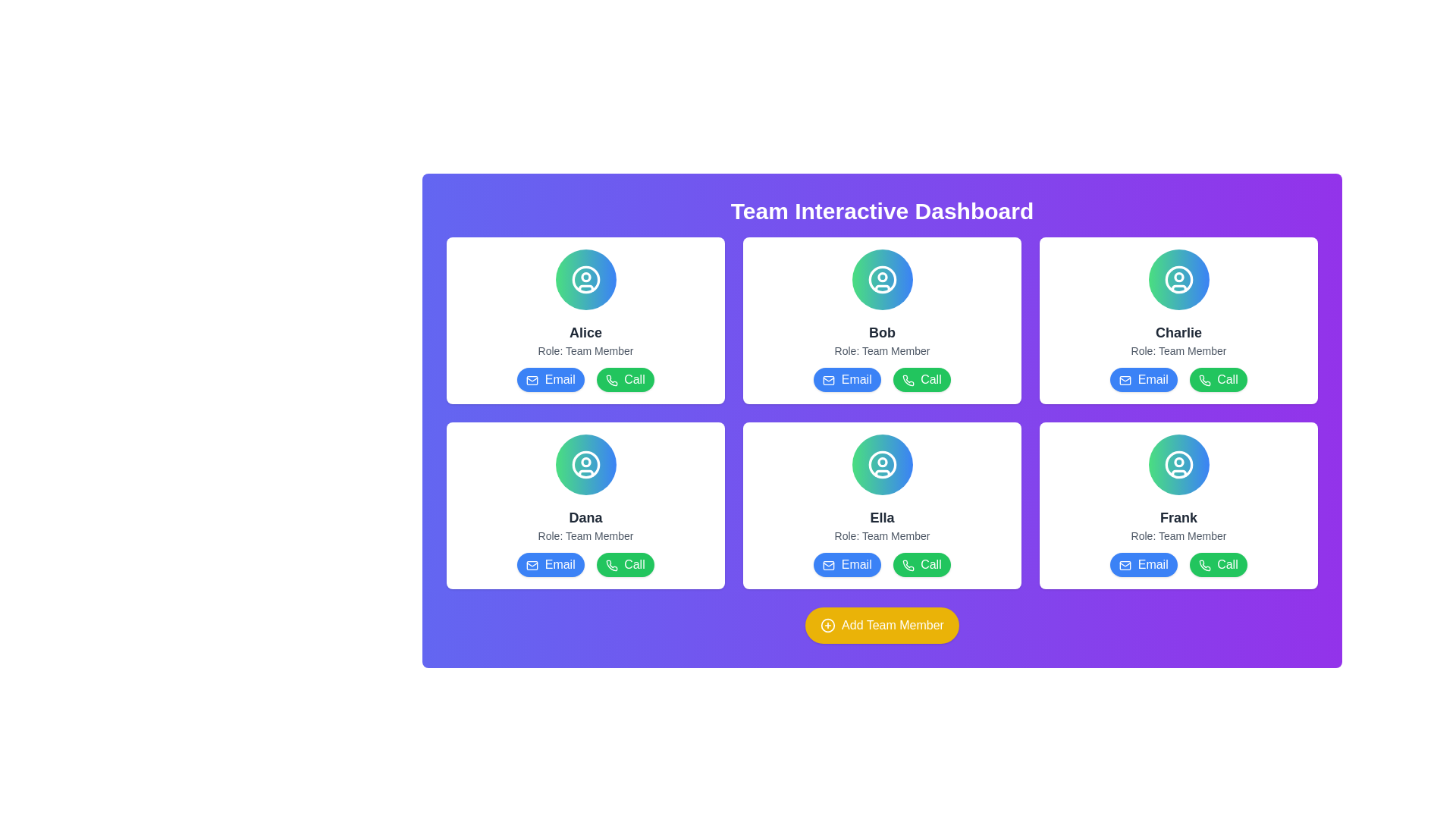 This screenshot has width=1456, height=819. What do you see at coordinates (1178, 280) in the screenshot?
I see `the central circular component of the user avatar for the profile labeled 'Charlie' located in the top-right section of the dashboard's grid layout` at bounding box center [1178, 280].